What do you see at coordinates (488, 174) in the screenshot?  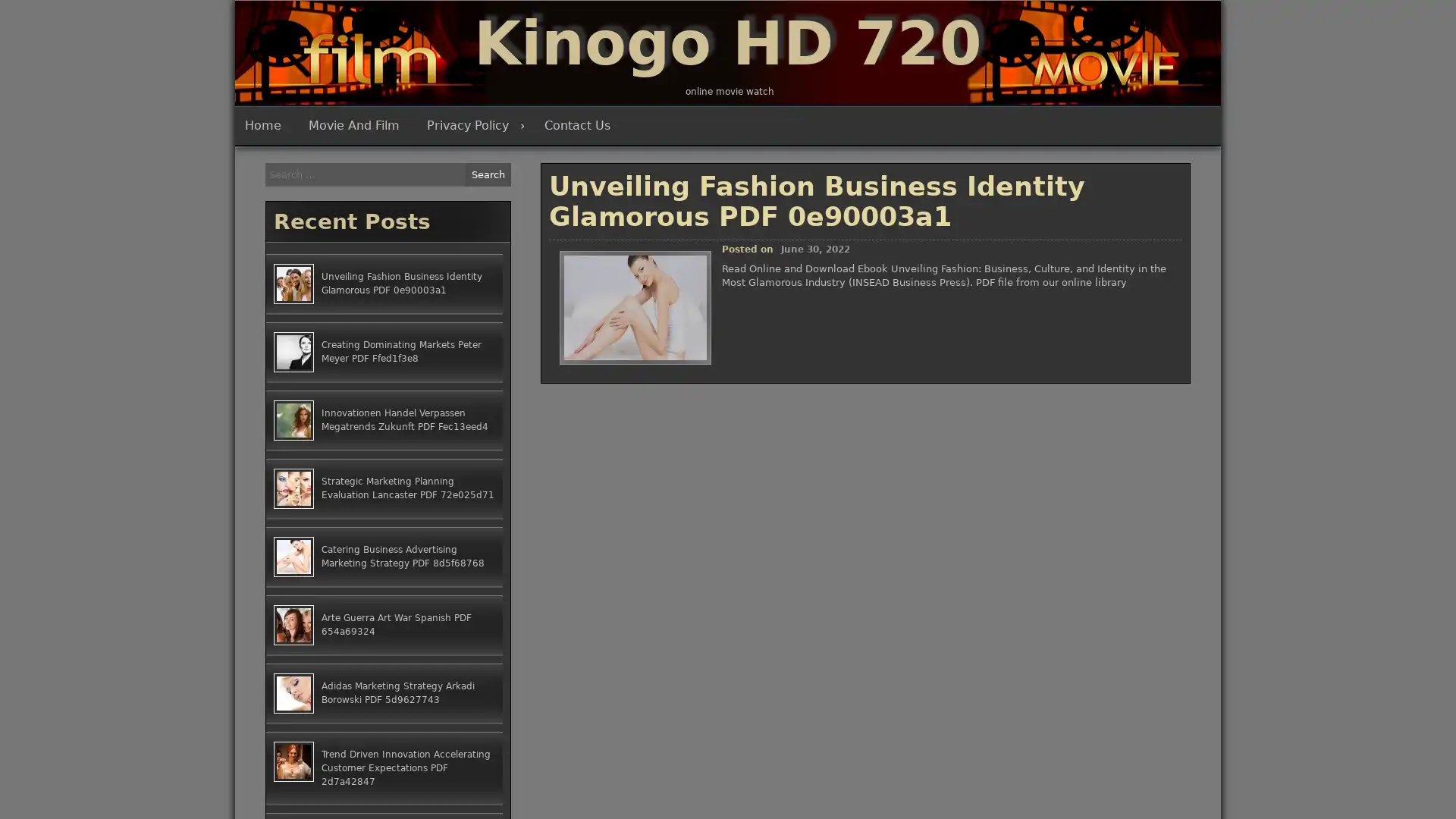 I see `Search` at bounding box center [488, 174].